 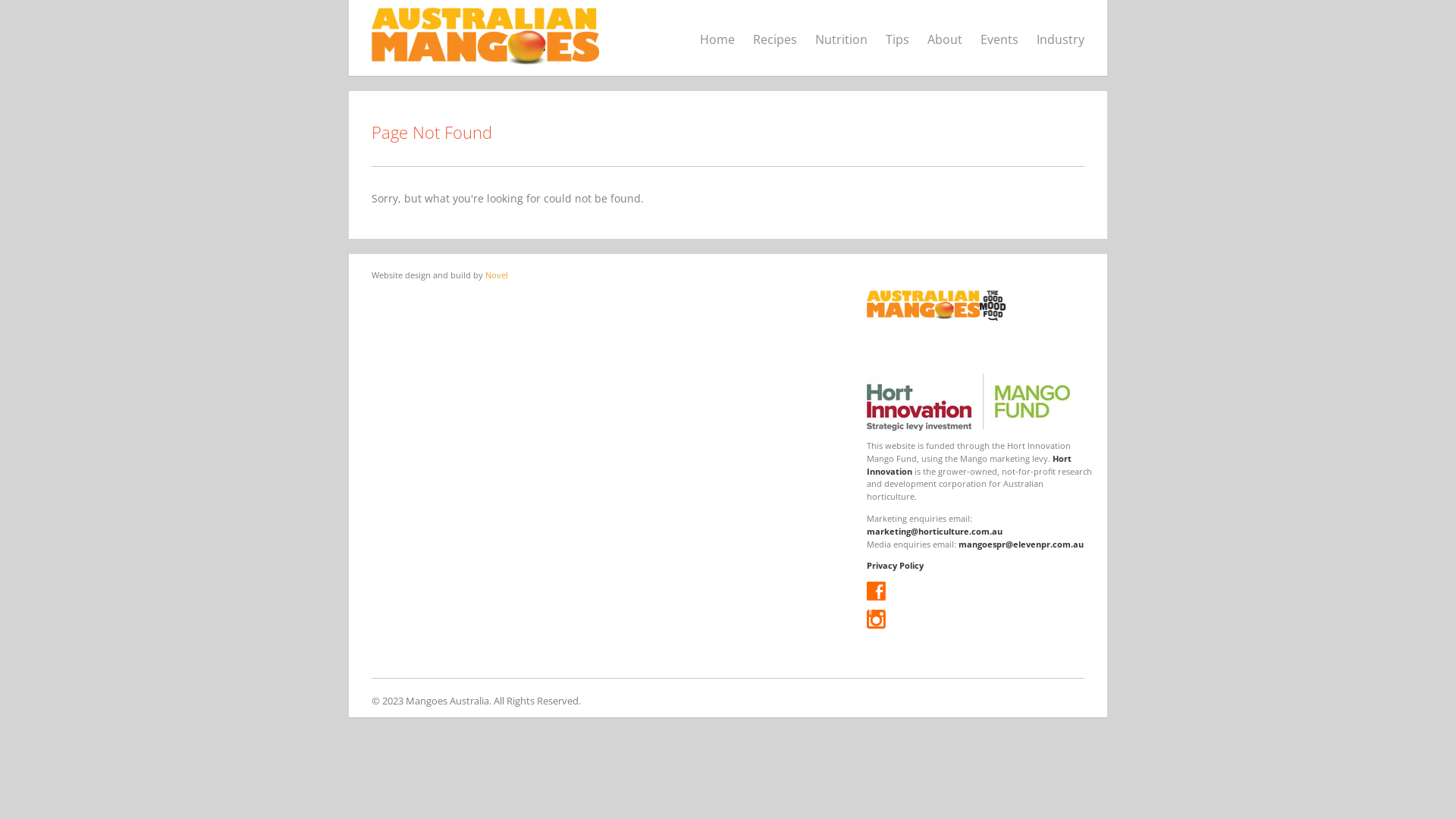 I want to click on 'Recipes', so click(x=775, y=39).